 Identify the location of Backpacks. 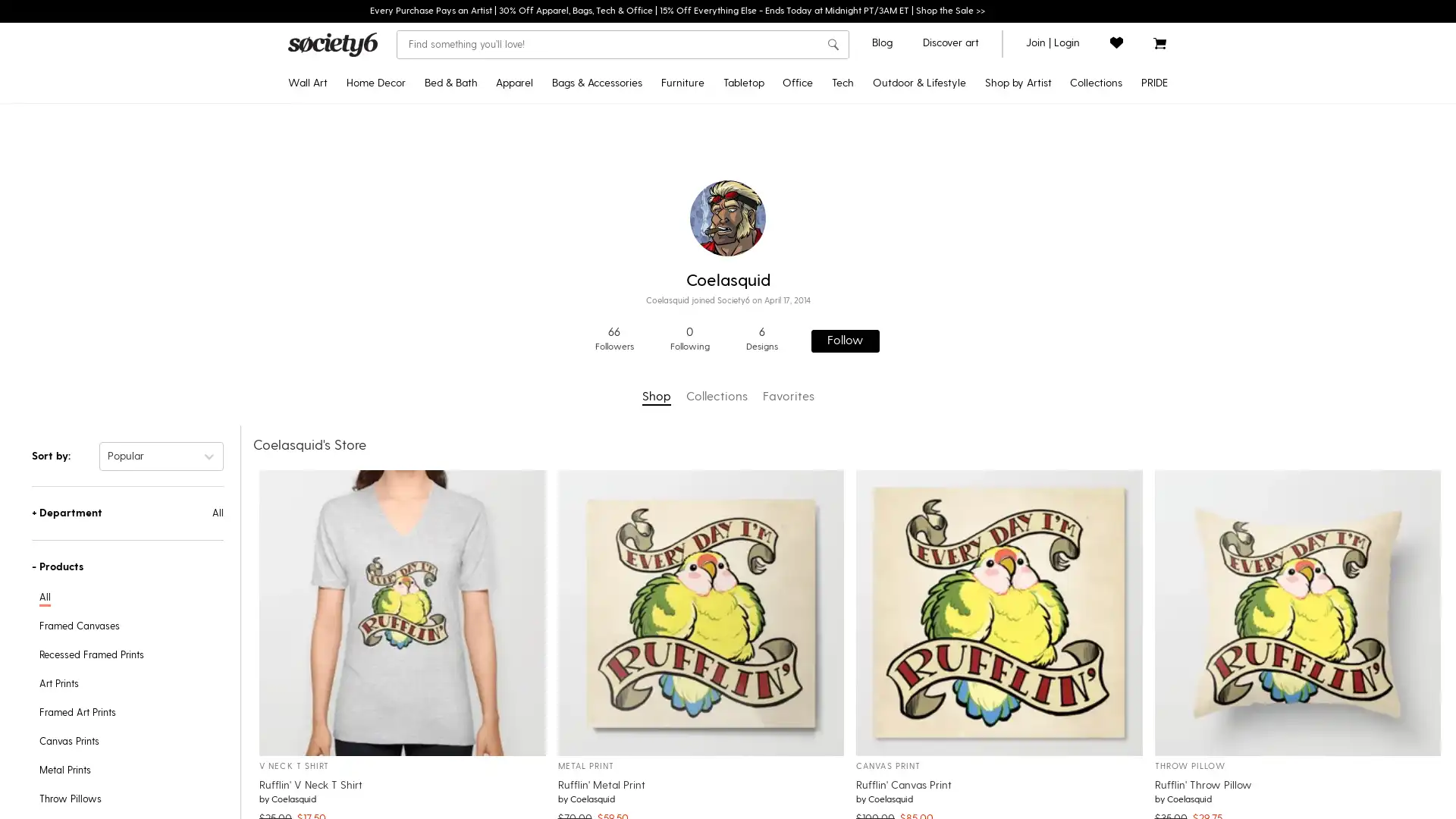
(607, 170).